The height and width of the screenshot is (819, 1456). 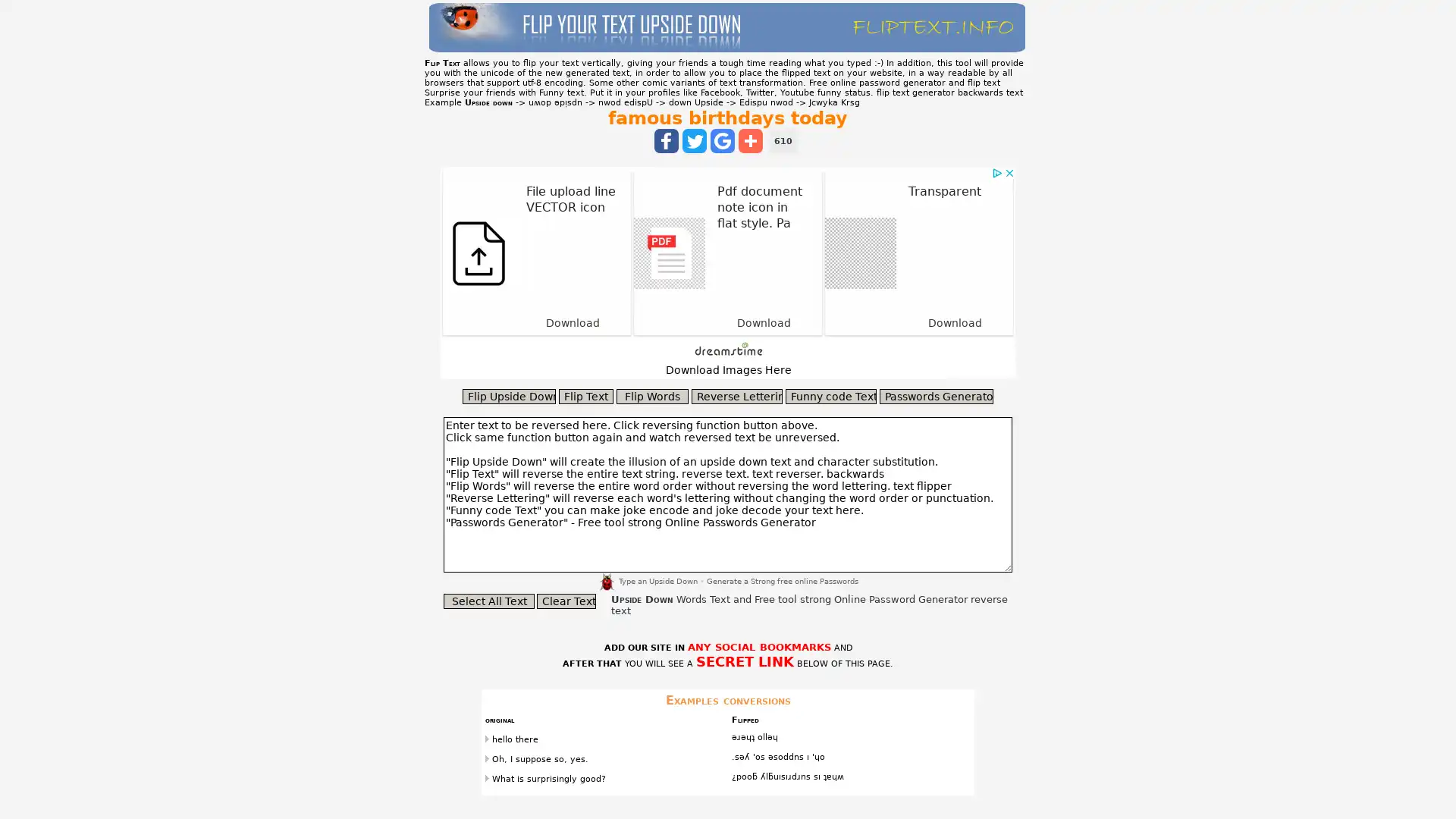 I want to click on Share to Twitter, so click(x=694, y=140).